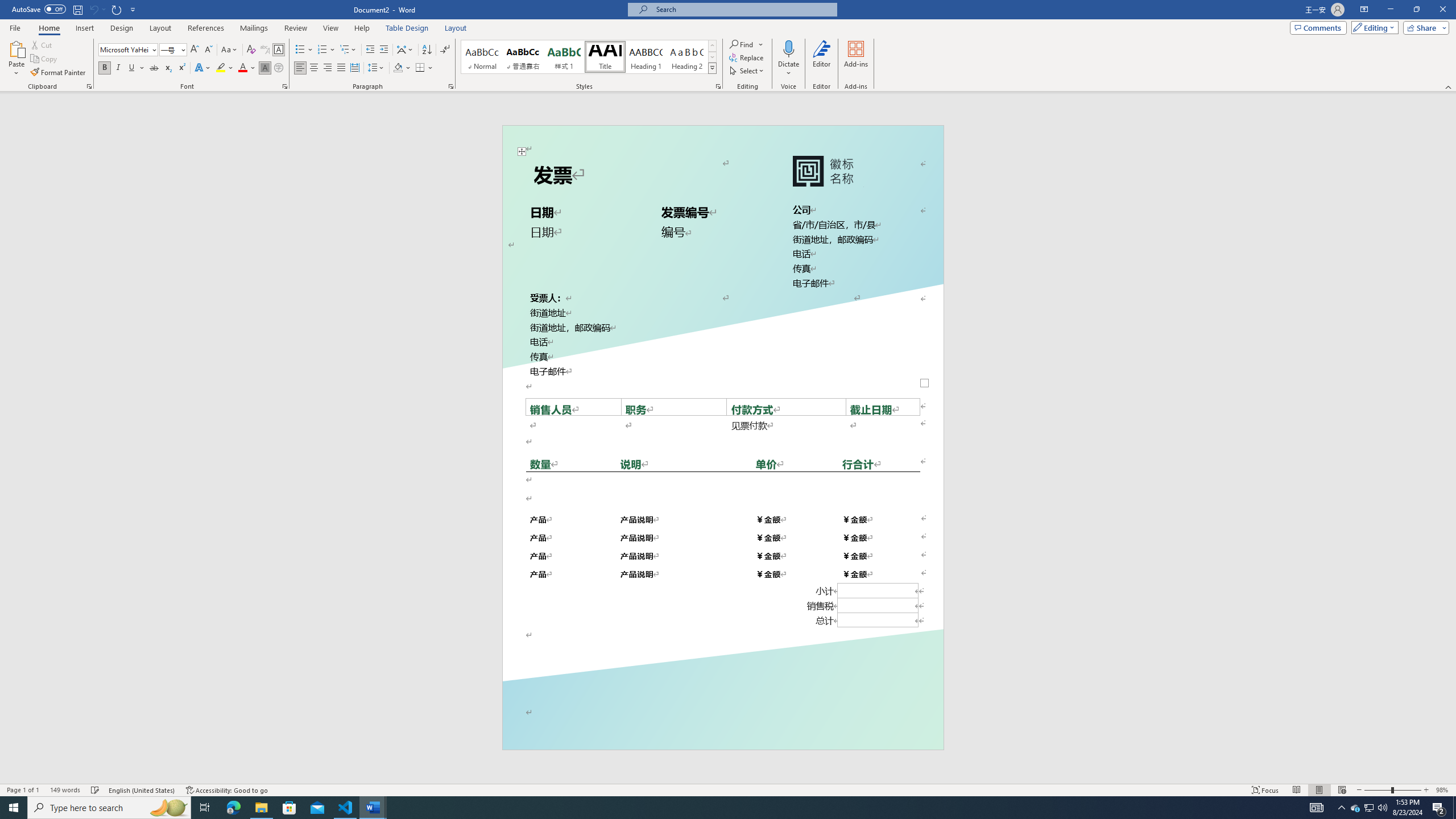  I want to click on 'Paragraph...', so click(450, 85).